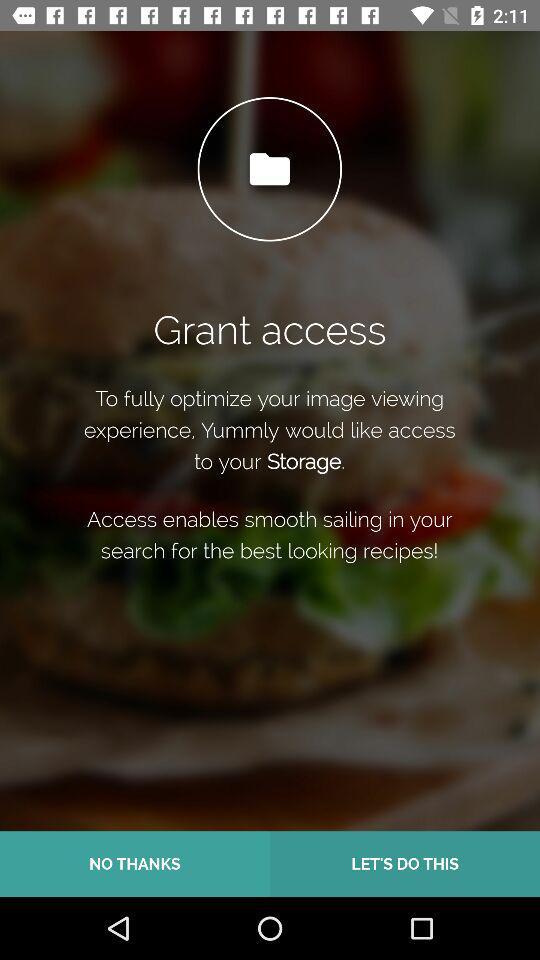 This screenshot has height=960, width=540. Describe the element at coordinates (405, 863) in the screenshot. I see `the let s do icon` at that location.